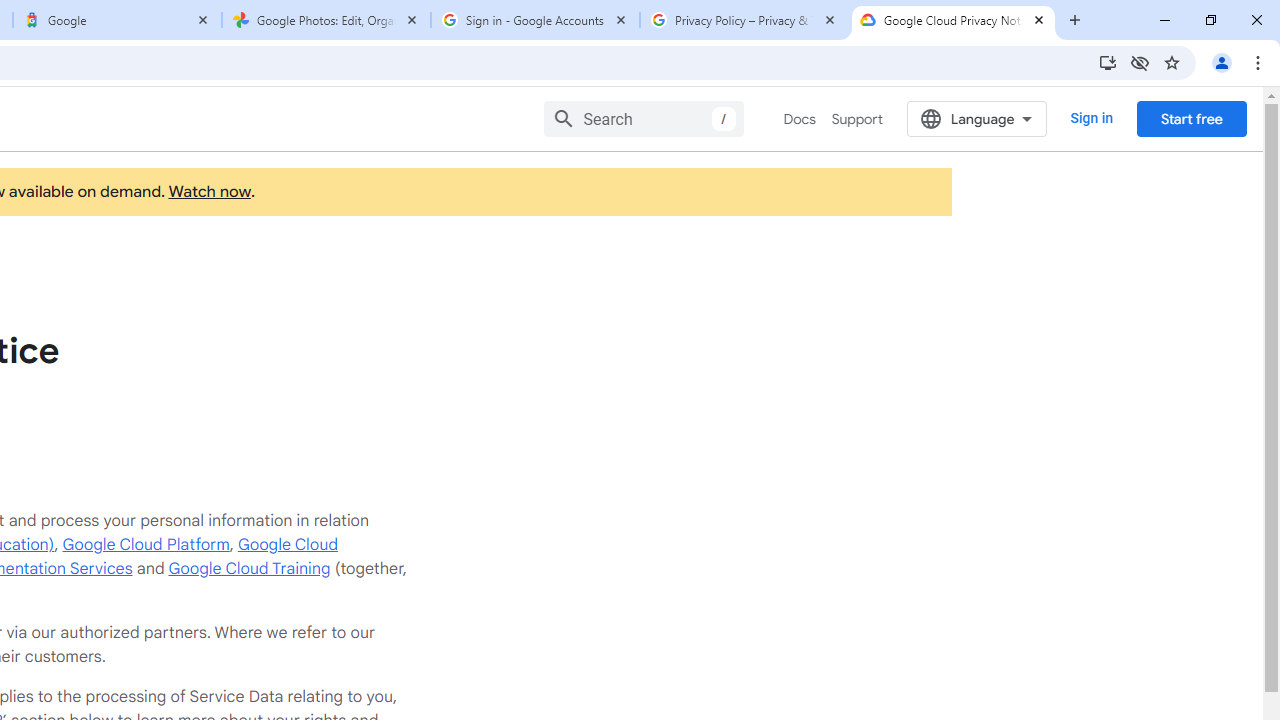 This screenshot has width=1280, height=720. Describe the element at coordinates (209, 192) in the screenshot. I see `'Watch now'` at that location.